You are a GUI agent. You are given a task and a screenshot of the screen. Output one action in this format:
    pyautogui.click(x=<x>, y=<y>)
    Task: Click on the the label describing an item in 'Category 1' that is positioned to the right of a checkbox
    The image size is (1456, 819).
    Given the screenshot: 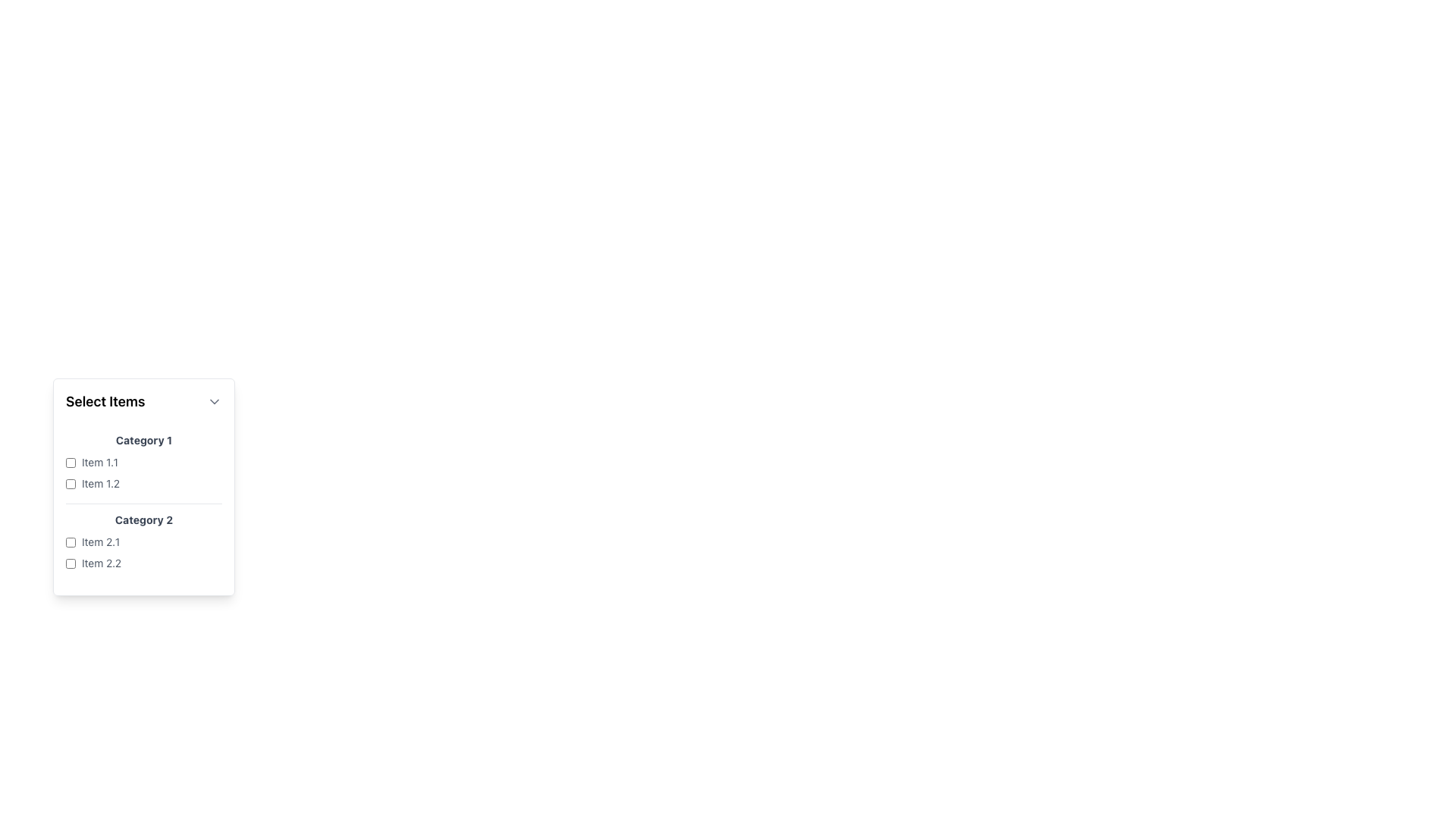 What is the action you would take?
    pyautogui.click(x=100, y=483)
    